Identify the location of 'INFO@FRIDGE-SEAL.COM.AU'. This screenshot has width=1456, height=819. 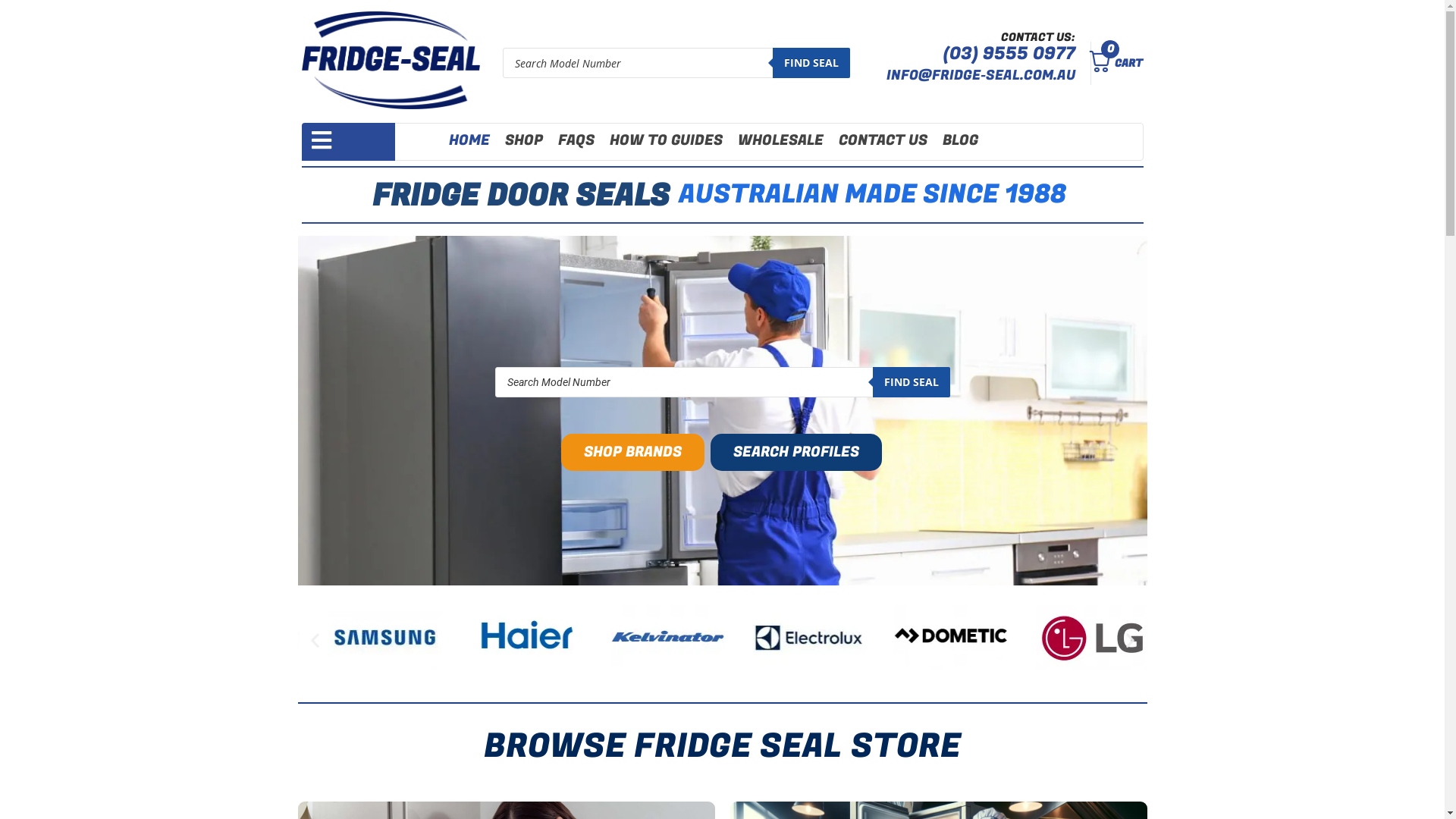
(981, 75).